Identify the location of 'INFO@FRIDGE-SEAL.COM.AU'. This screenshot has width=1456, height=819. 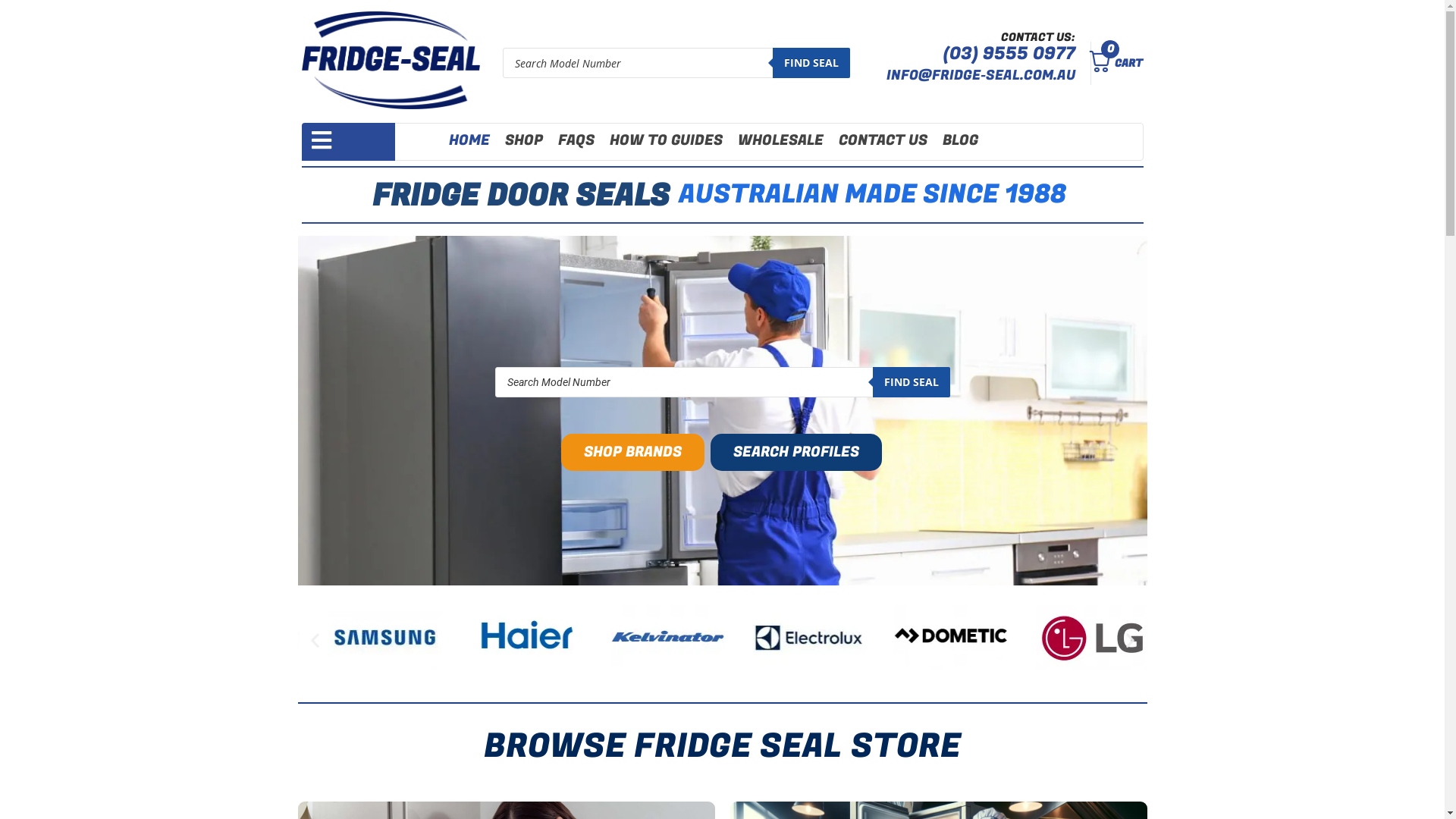
(981, 75).